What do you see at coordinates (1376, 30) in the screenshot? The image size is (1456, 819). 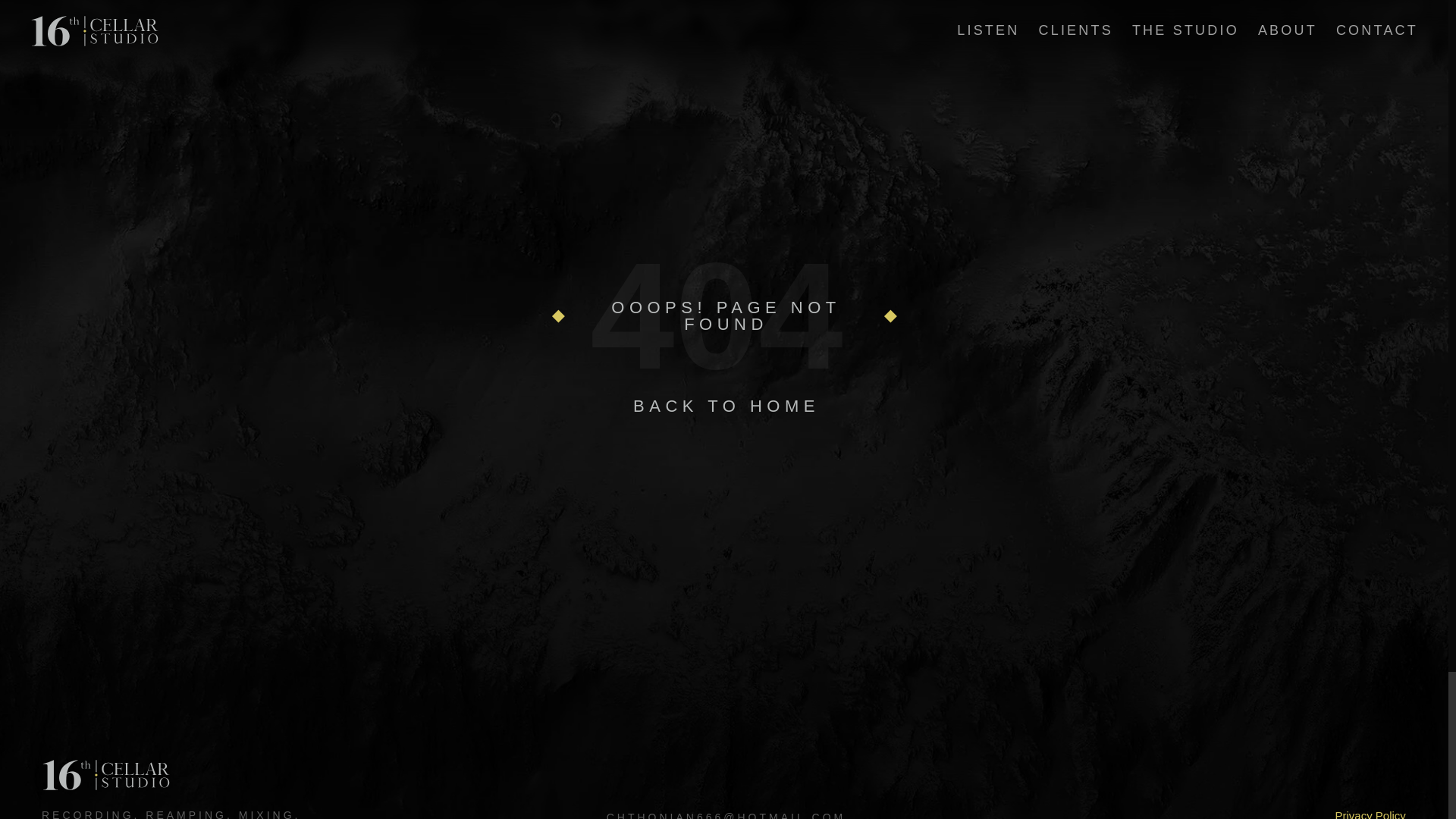 I see `'CONTACT'` at bounding box center [1376, 30].